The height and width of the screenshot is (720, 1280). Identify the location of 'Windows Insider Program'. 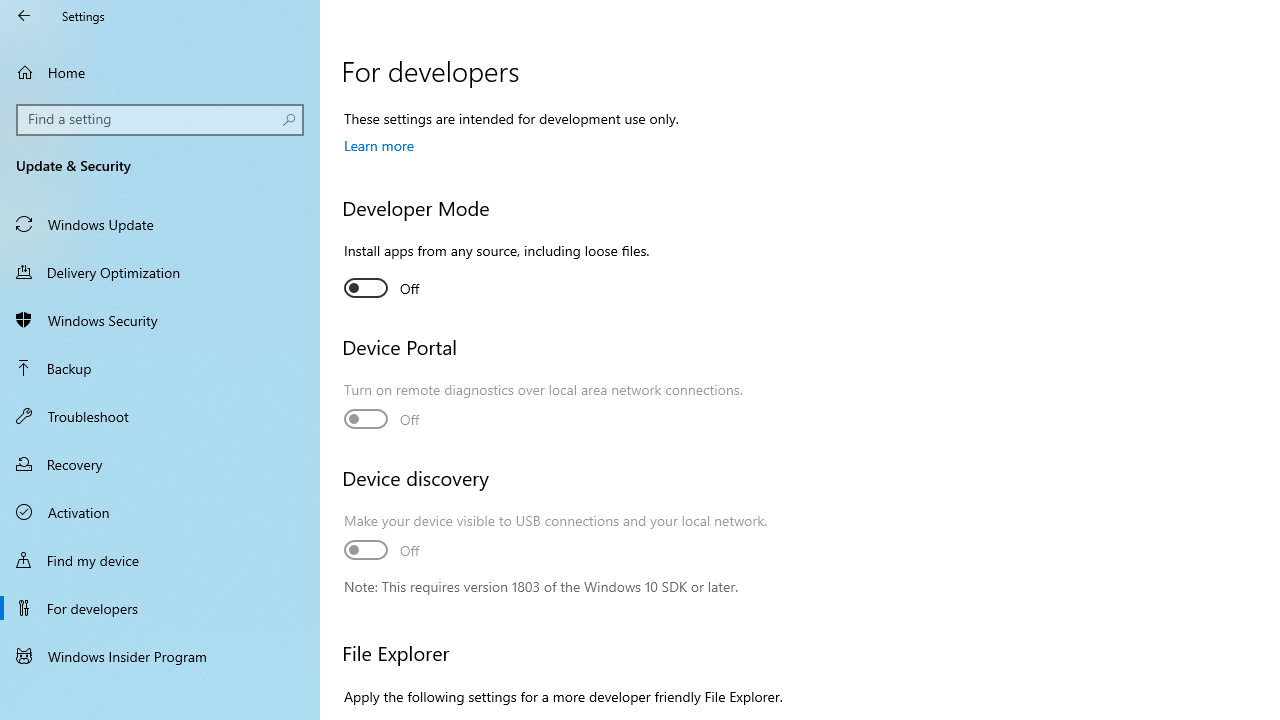
(160, 655).